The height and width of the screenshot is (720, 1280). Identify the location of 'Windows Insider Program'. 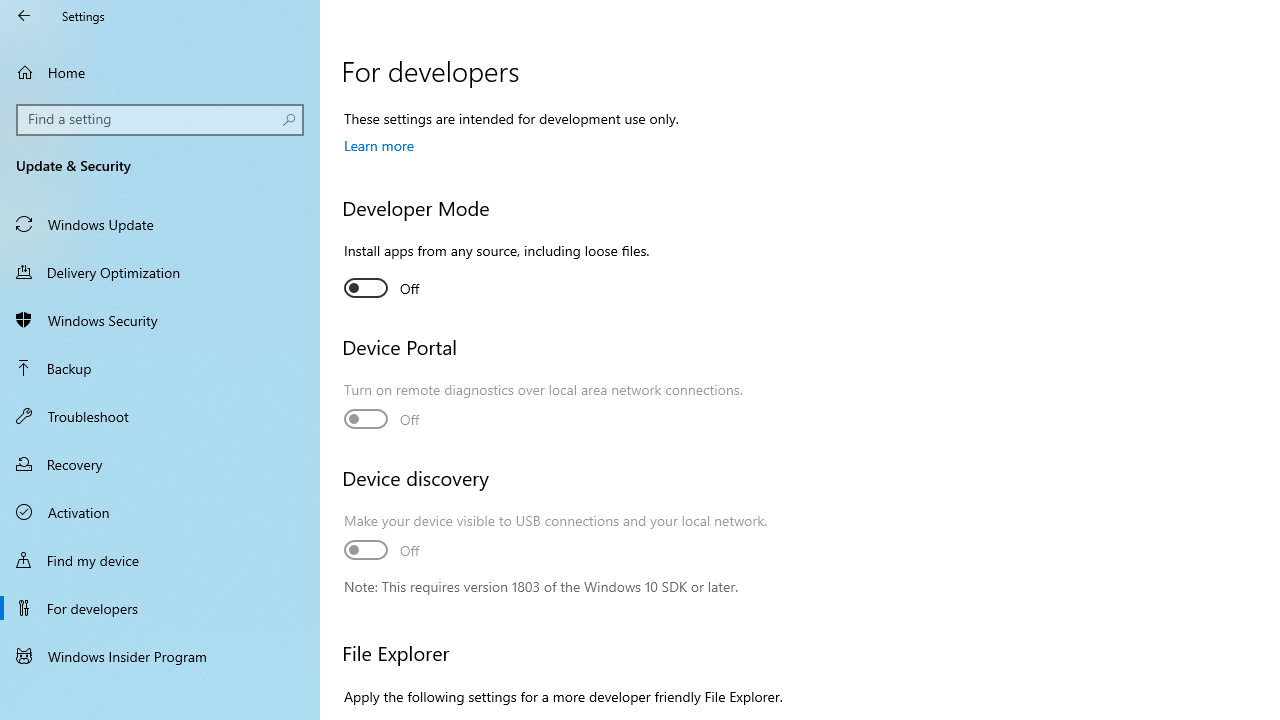
(160, 655).